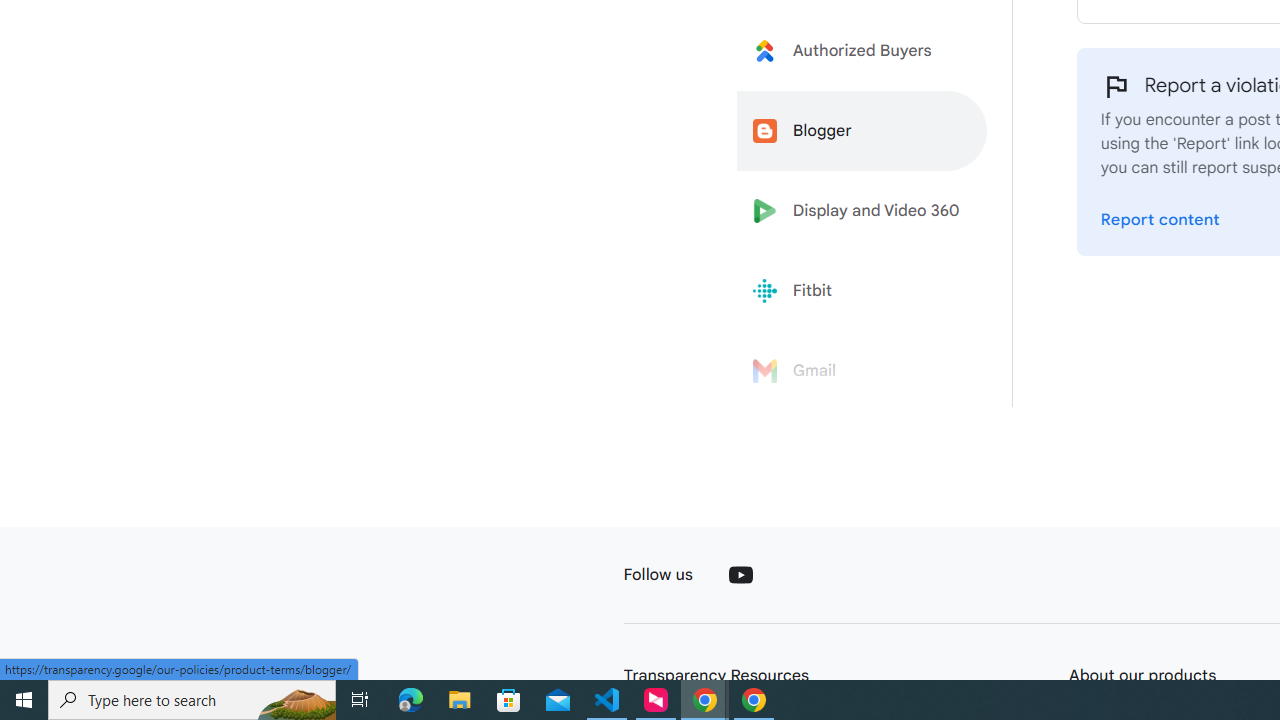  Describe the element at coordinates (862, 291) in the screenshot. I see `'Fitbit'` at that location.